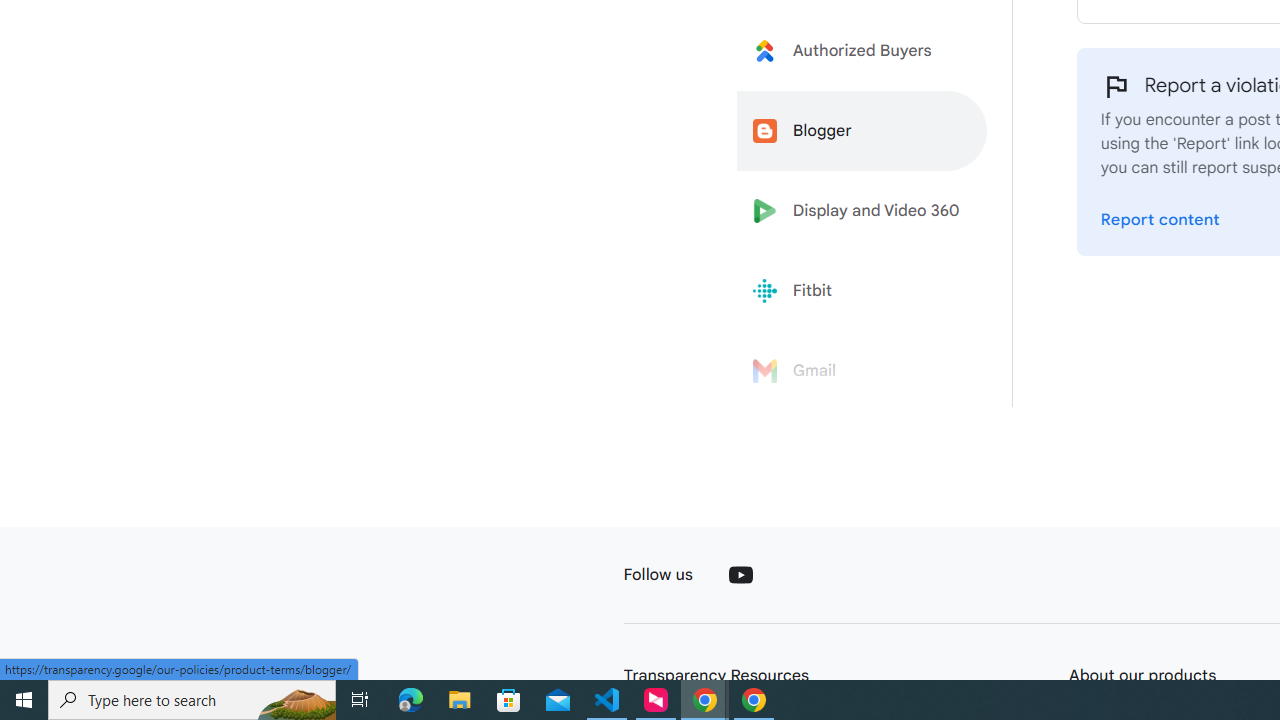  Describe the element at coordinates (862, 291) in the screenshot. I see `'Fitbit'` at that location.